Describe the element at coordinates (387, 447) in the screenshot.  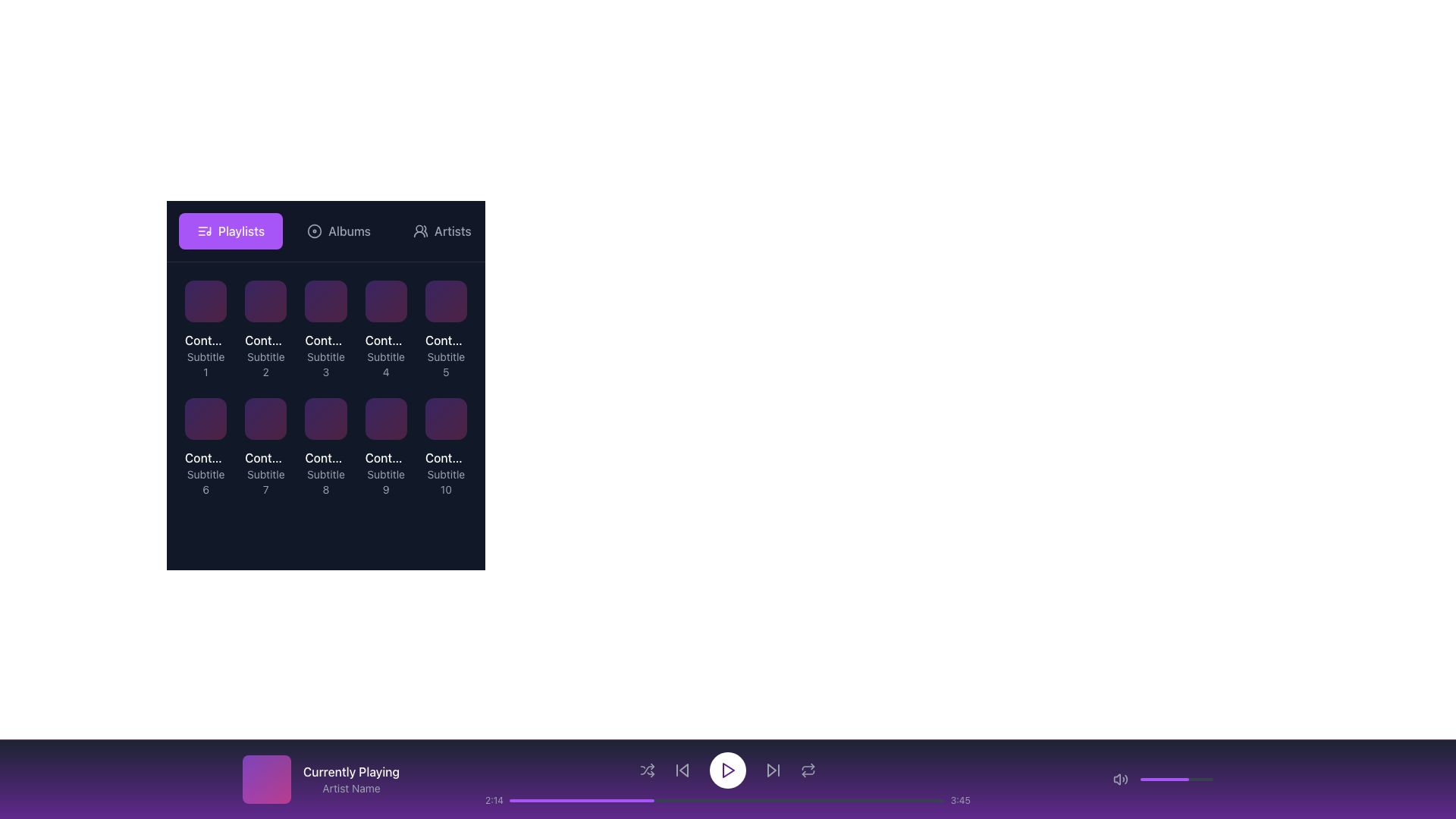
I see `the play button icon located in the middle of the ninth item in the grid to initiate playback` at that location.